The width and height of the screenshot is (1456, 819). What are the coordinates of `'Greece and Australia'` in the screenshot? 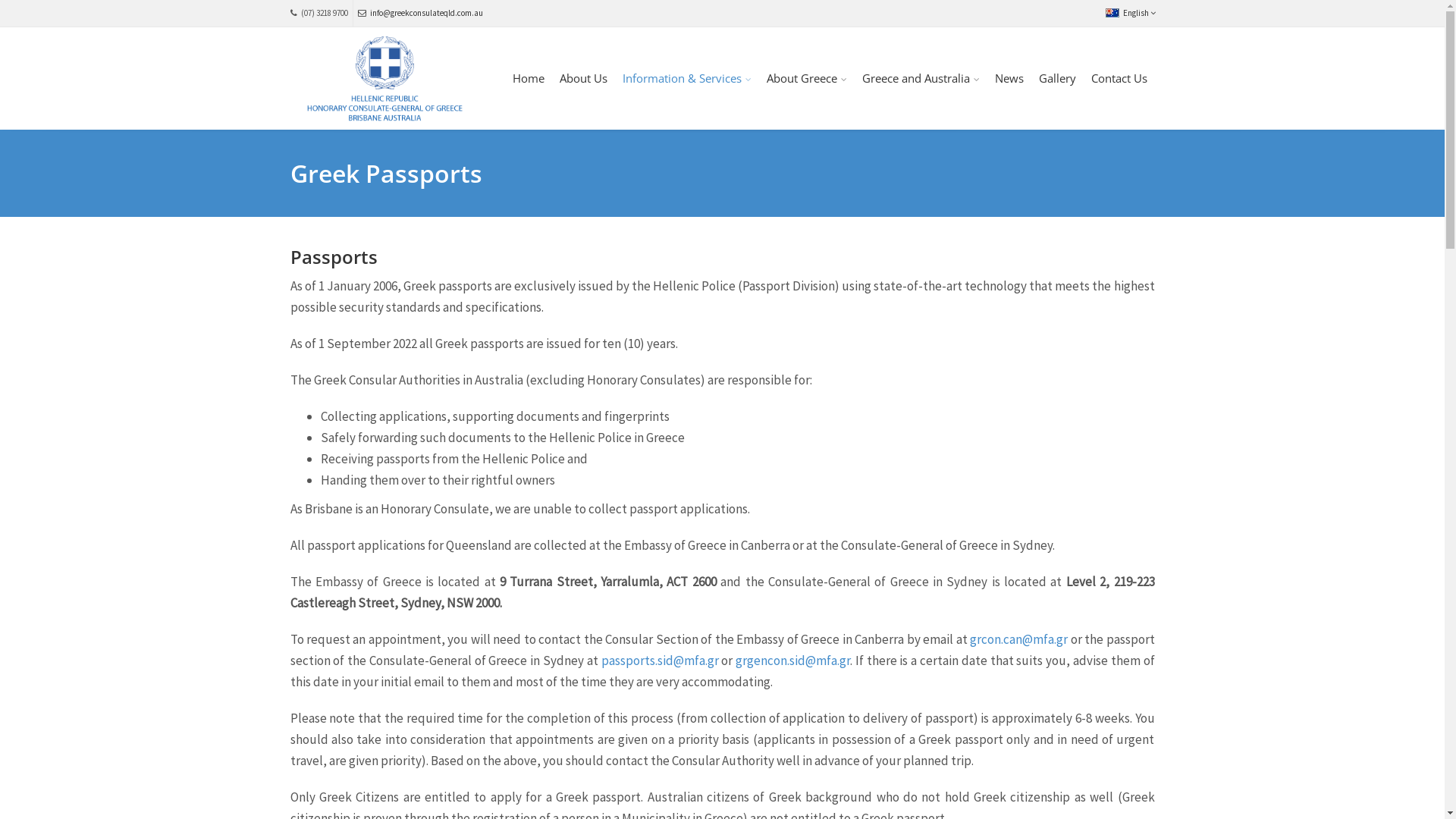 It's located at (854, 78).